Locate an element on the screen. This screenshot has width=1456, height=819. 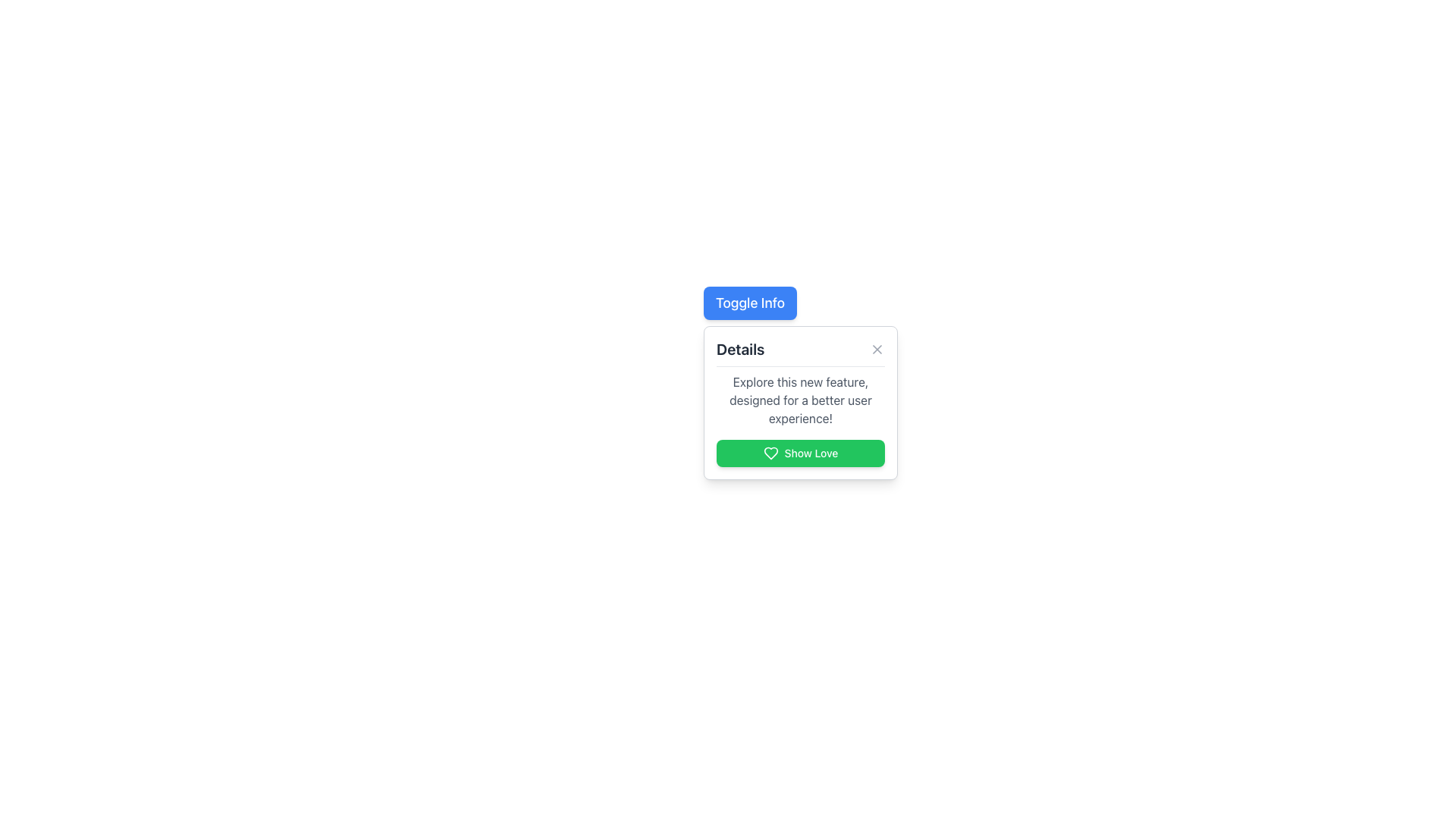
the close button located at the top-right corner of the 'Details' dialog box to trigger a potential visual response is located at coordinates (877, 350).